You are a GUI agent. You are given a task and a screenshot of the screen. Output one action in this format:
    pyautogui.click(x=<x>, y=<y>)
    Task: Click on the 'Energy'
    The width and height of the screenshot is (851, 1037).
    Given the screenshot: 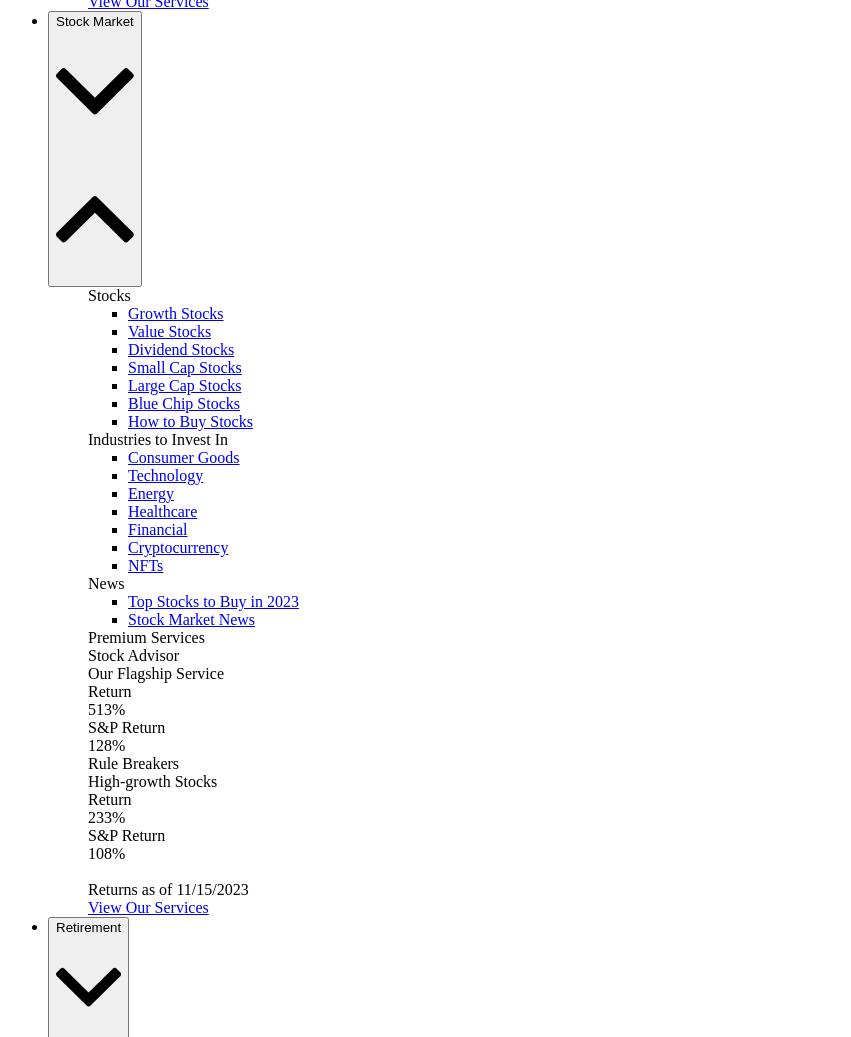 What is the action you would take?
    pyautogui.click(x=150, y=492)
    